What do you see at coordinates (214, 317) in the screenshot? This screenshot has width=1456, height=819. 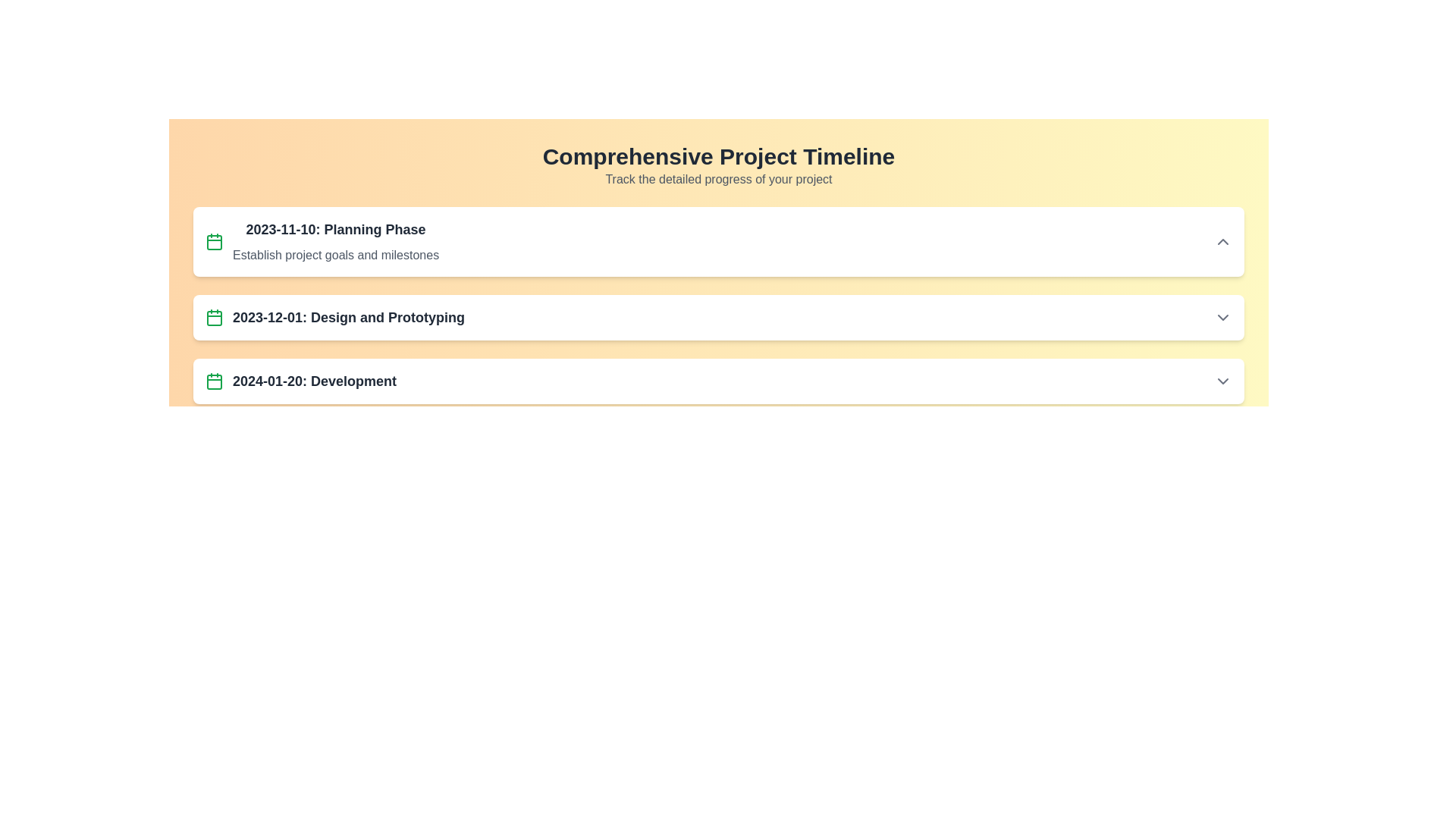 I see `the green calendar icon with rounded corners located to the left of the text '2023-12-01: Design and Prototyping'` at bounding box center [214, 317].